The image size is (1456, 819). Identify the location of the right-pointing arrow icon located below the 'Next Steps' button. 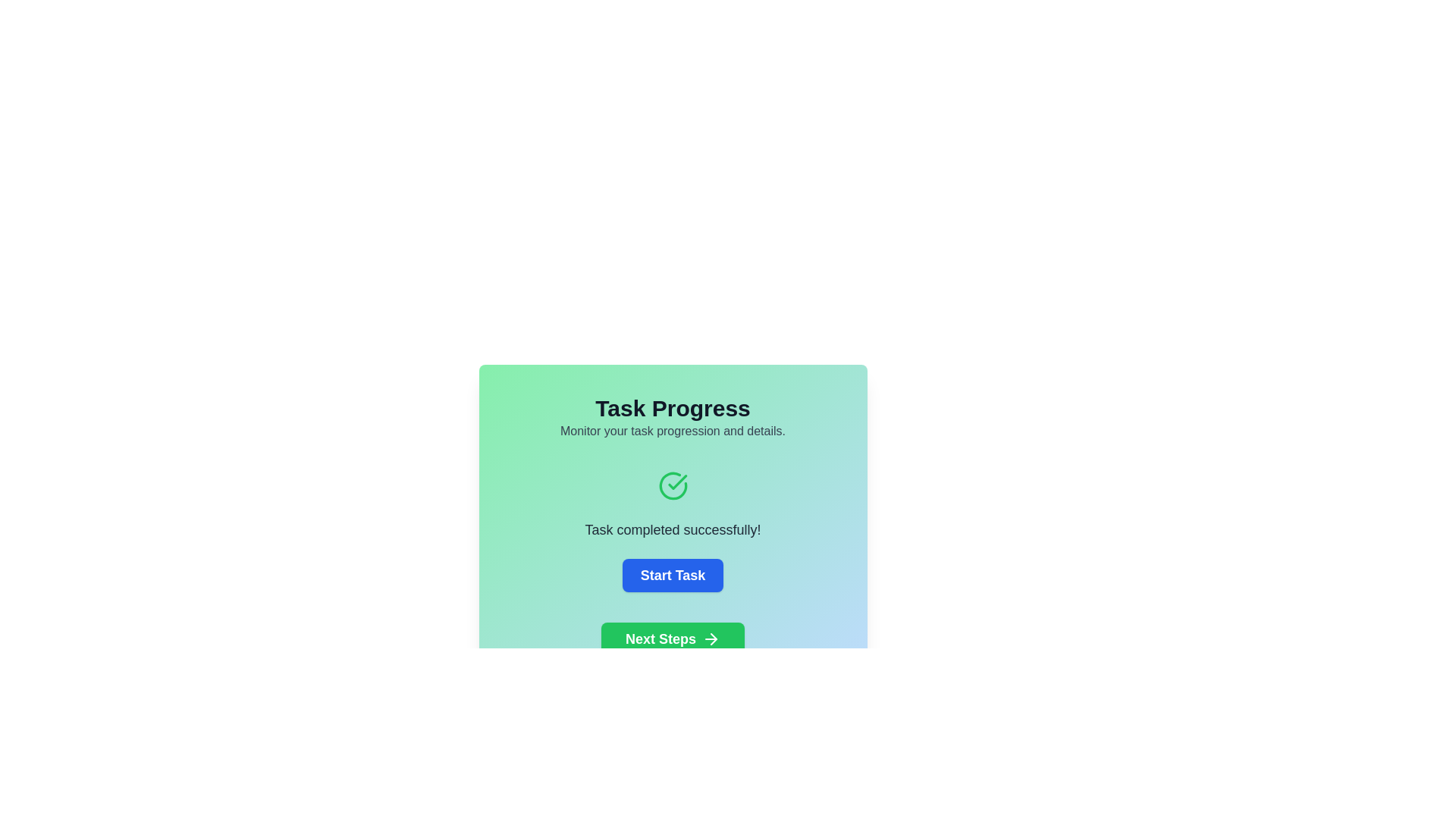
(713, 639).